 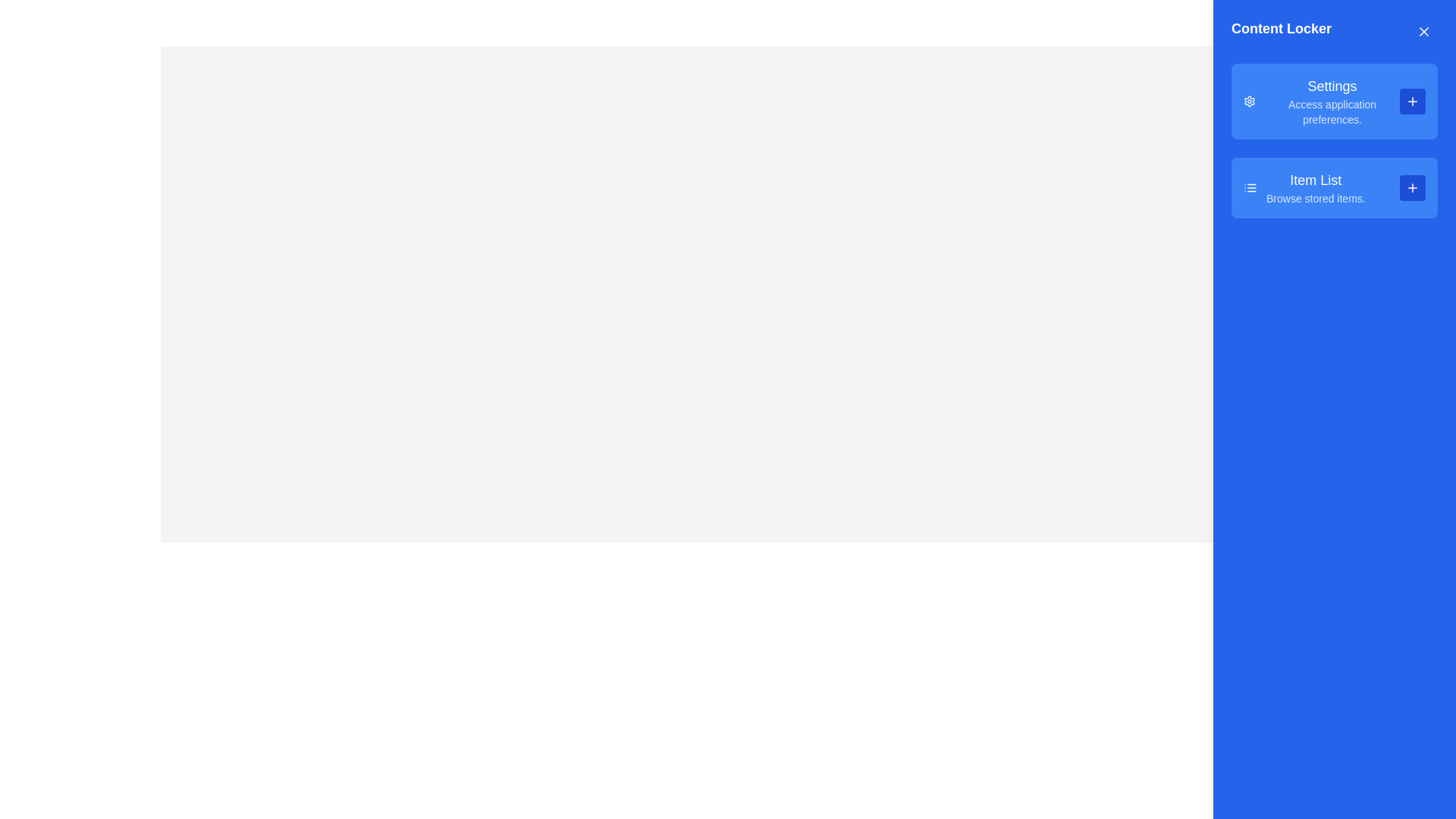 I want to click on the settings icon located to the left of the text 'Settings' under the 'Content Locker' section, so click(x=1250, y=102).